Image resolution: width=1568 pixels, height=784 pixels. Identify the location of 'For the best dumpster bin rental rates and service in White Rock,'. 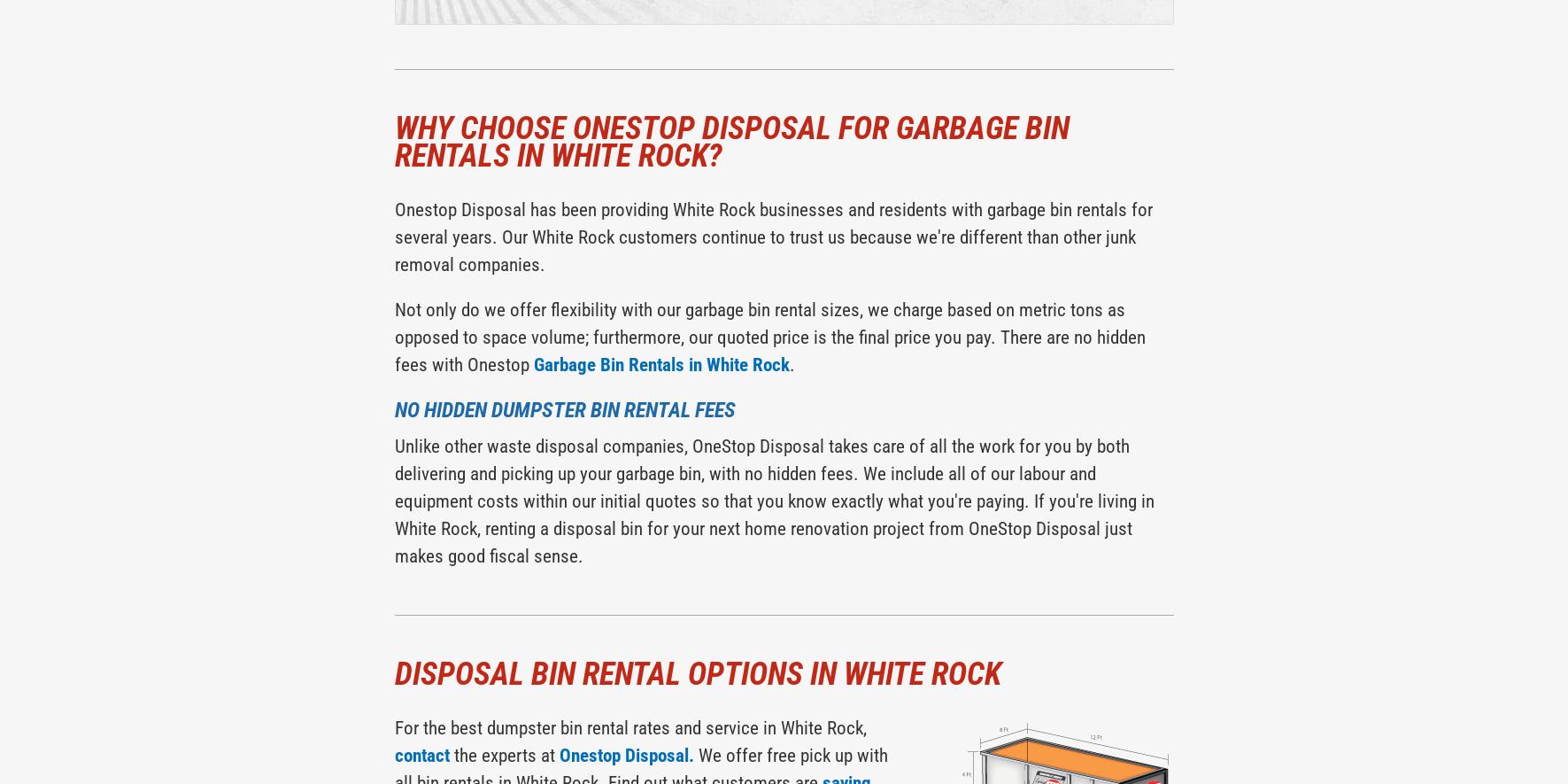
(630, 727).